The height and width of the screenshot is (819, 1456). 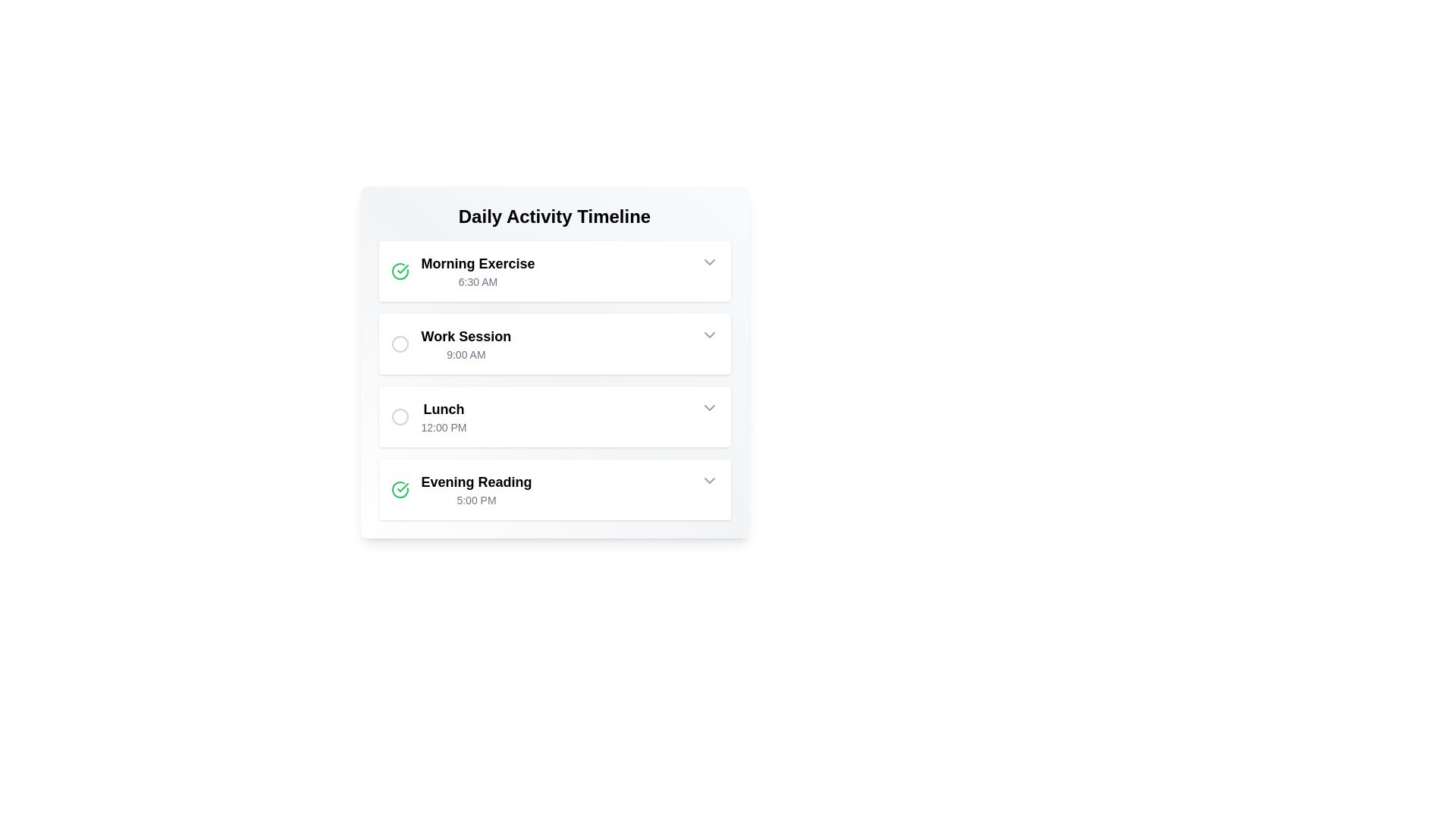 What do you see at coordinates (708, 334) in the screenshot?
I see `the downward-pointing chevron icon with a gray outline` at bounding box center [708, 334].